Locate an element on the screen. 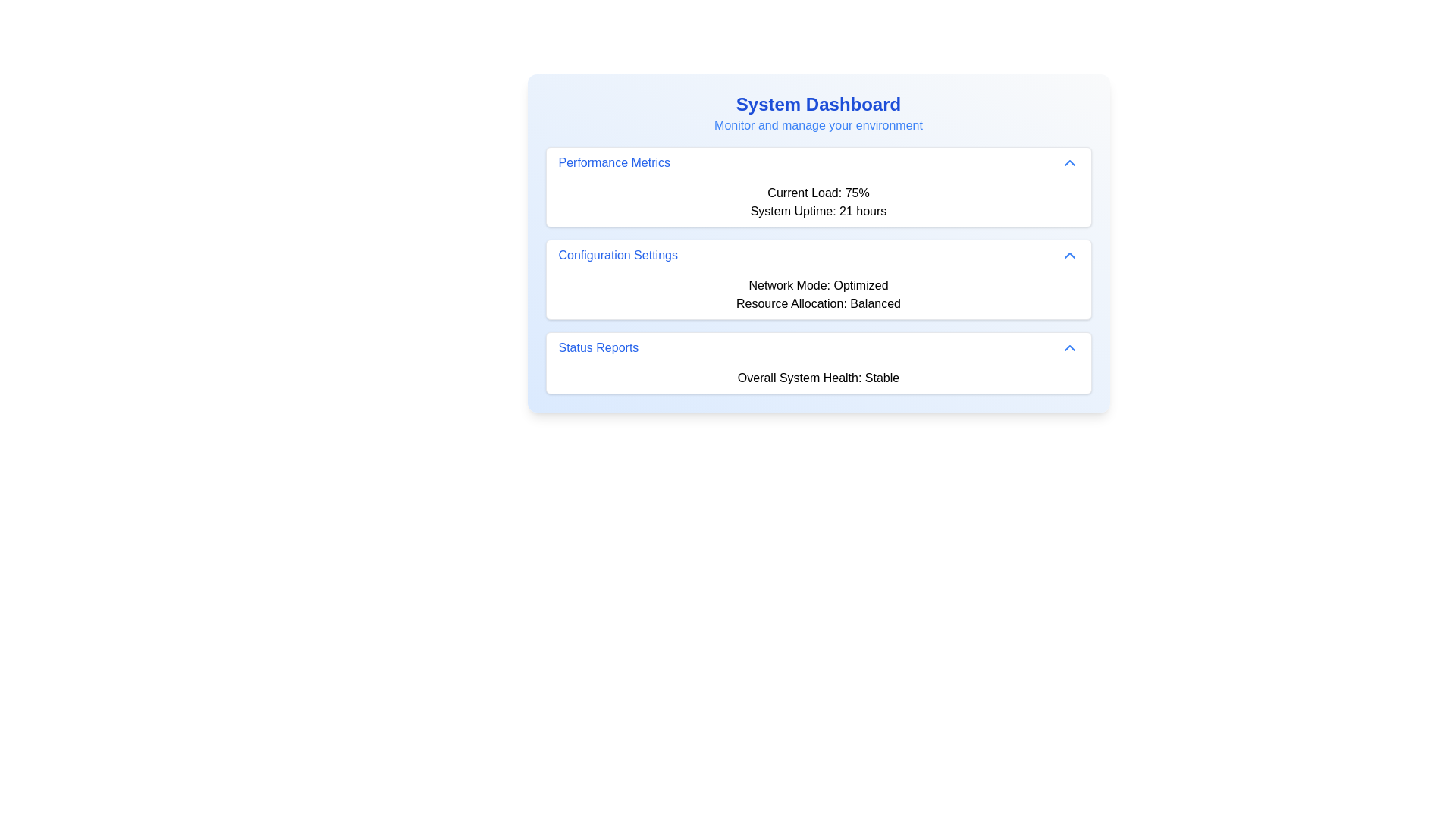 Image resolution: width=1456 pixels, height=819 pixels. the static text display showing 'System Uptime: 21 hours', which is located below 'Current Load: 75%' in the 'Performance Metrics' section is located at coordinates (817, 211).